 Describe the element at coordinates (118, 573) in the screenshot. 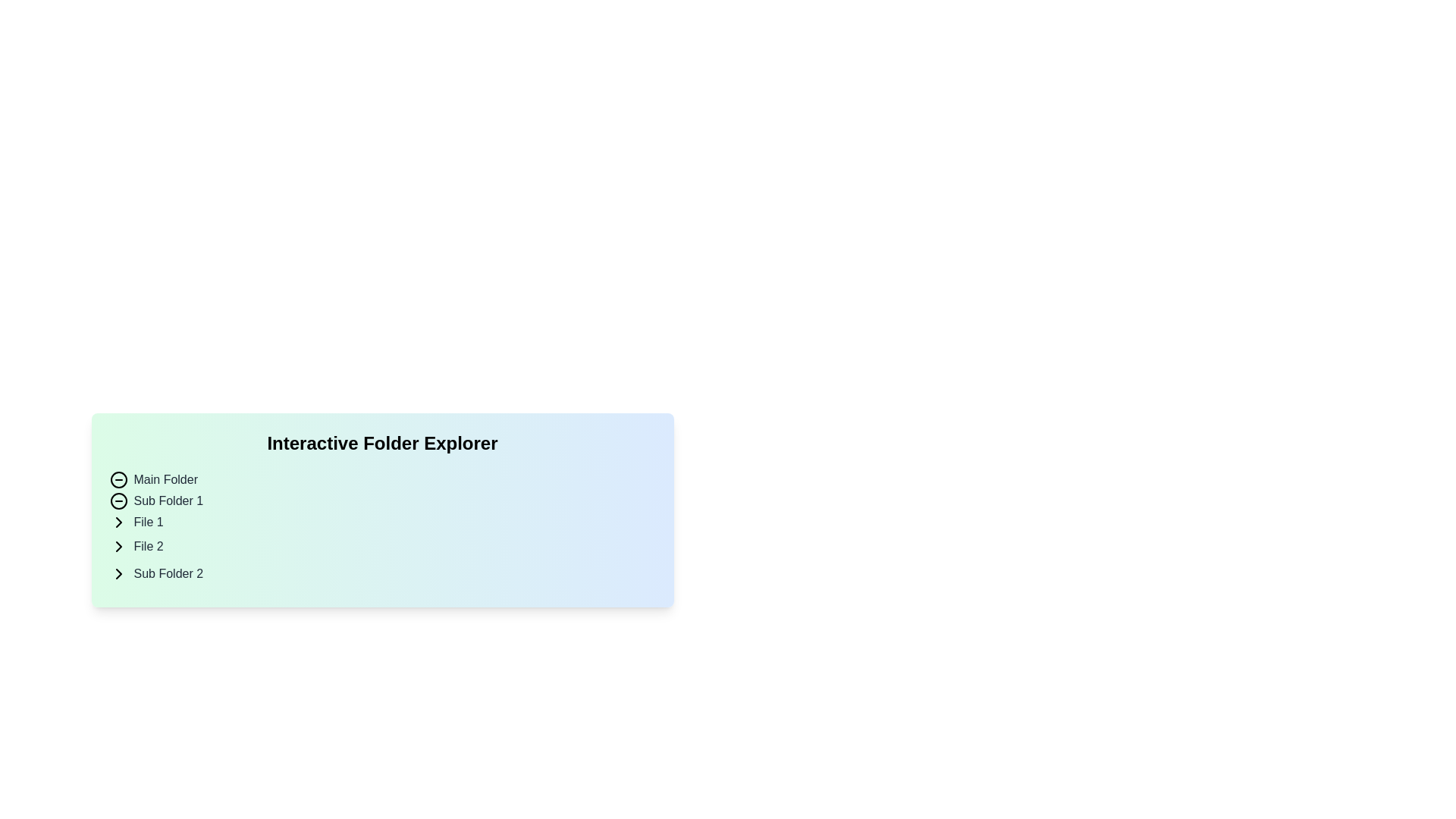

I see `the chevron icon for 'Sub Folder 2' to expand or collapse its contents` at that location.